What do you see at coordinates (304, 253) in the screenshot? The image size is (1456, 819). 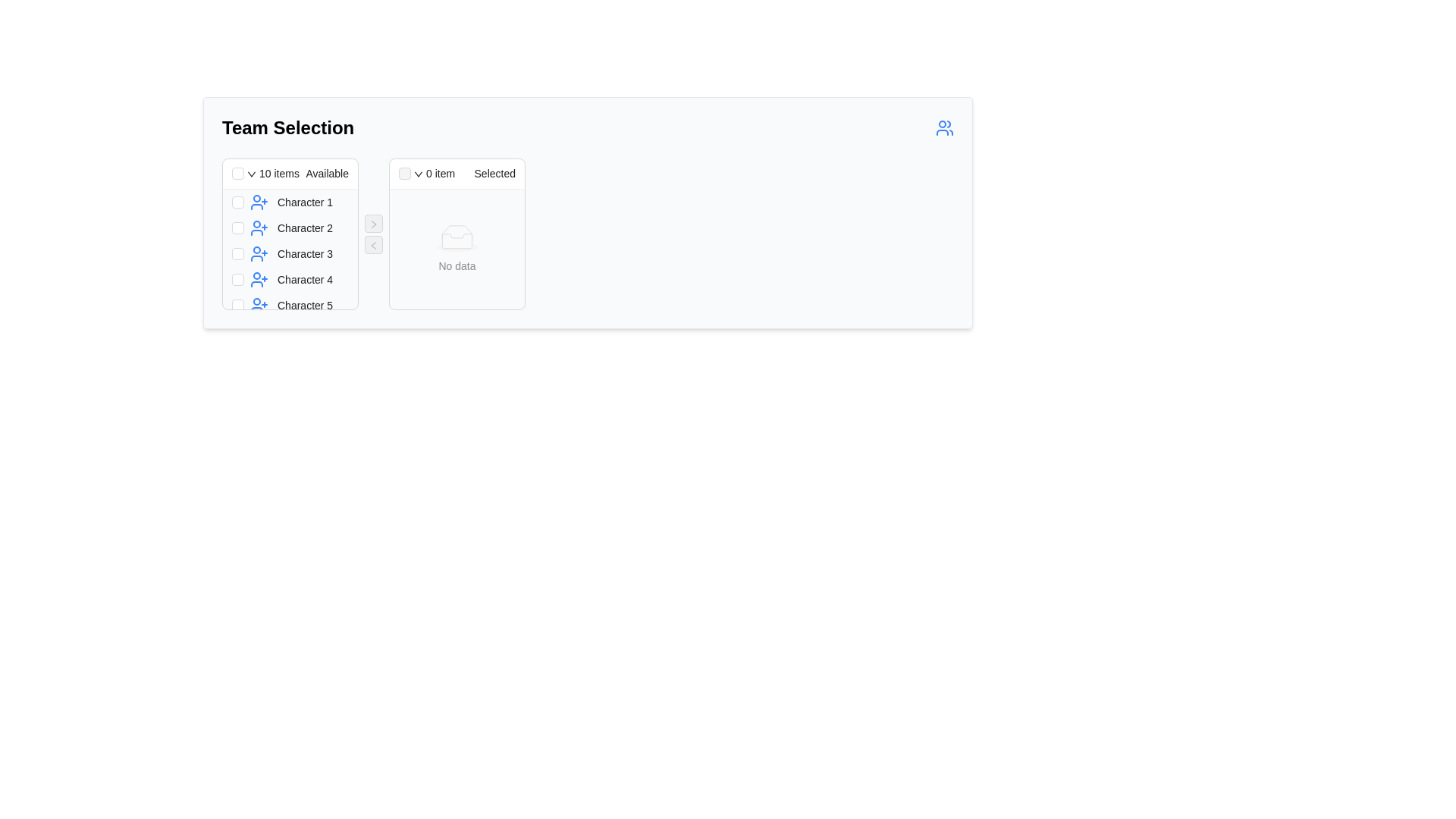 I see `the label for 'Character 3', which is the third item in the list under '10 items Available', positioned between 'Character 2' and 'Character 4'` at bounding box center [304, 253].